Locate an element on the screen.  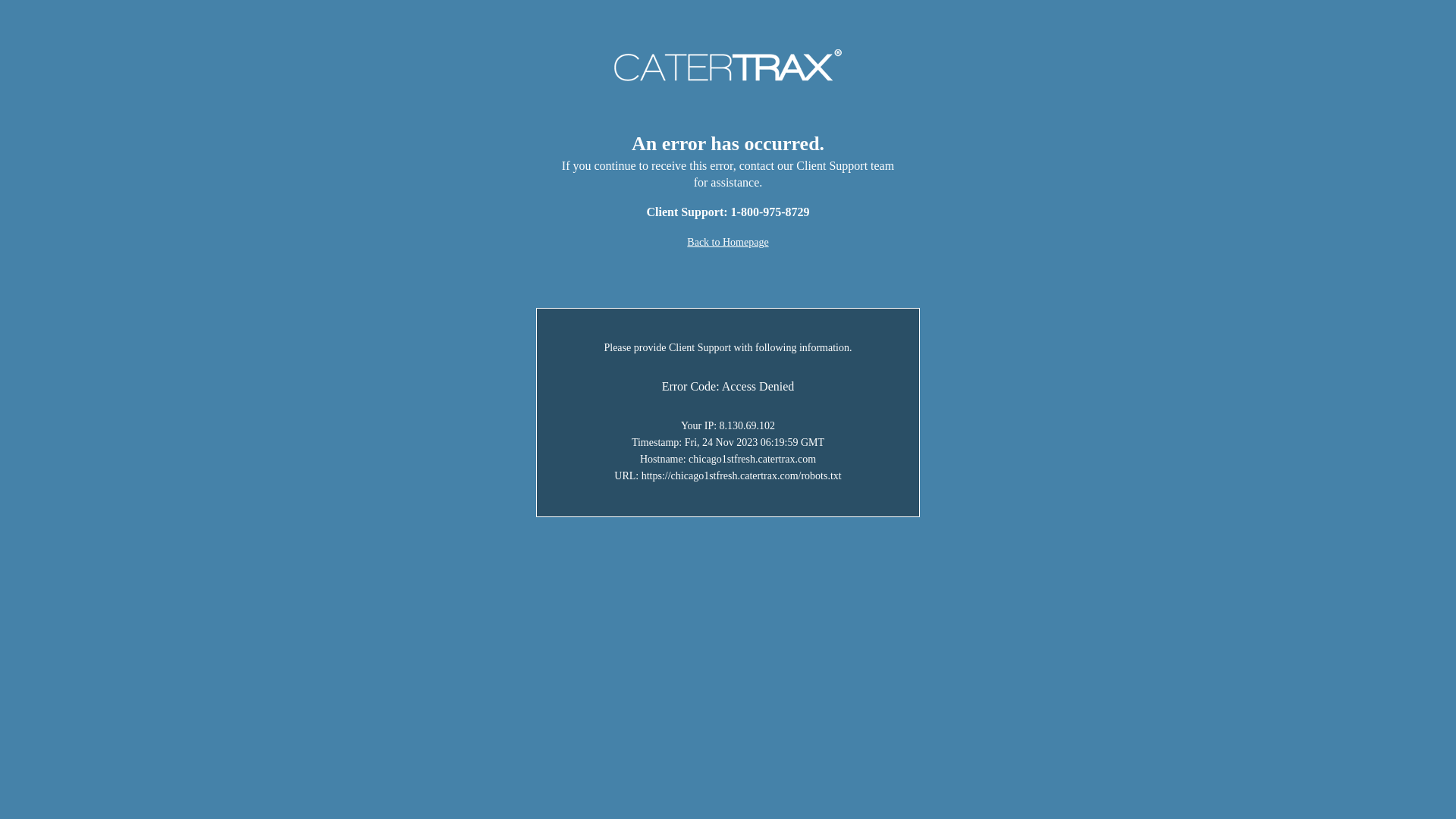
'Back to Homepage' is located at coordinates (726, 241).